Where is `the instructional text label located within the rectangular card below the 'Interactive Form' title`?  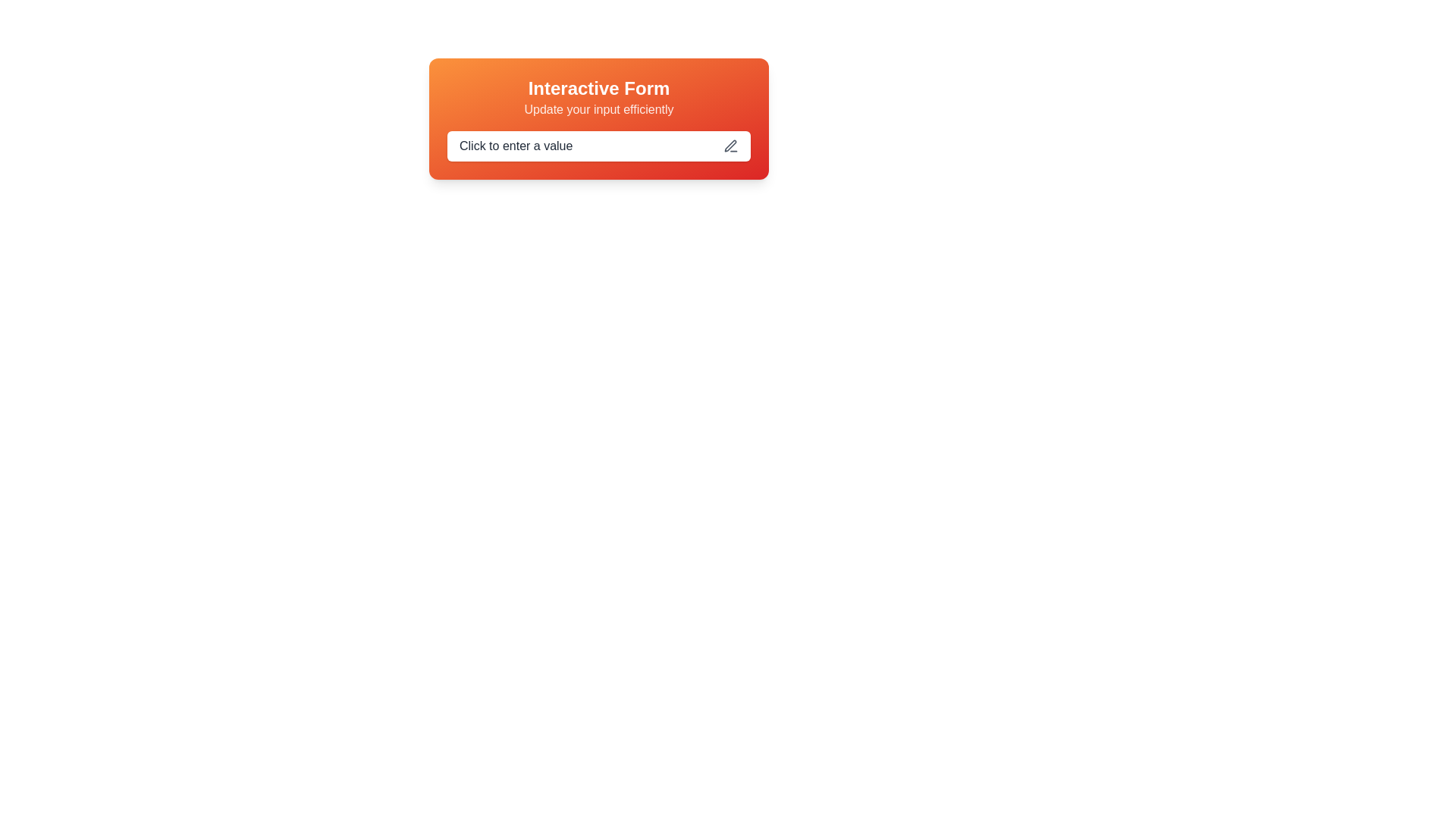 the instructional text label located within the rectangular card below the 'Interactive Form' title is located at coordinates (598, 109).